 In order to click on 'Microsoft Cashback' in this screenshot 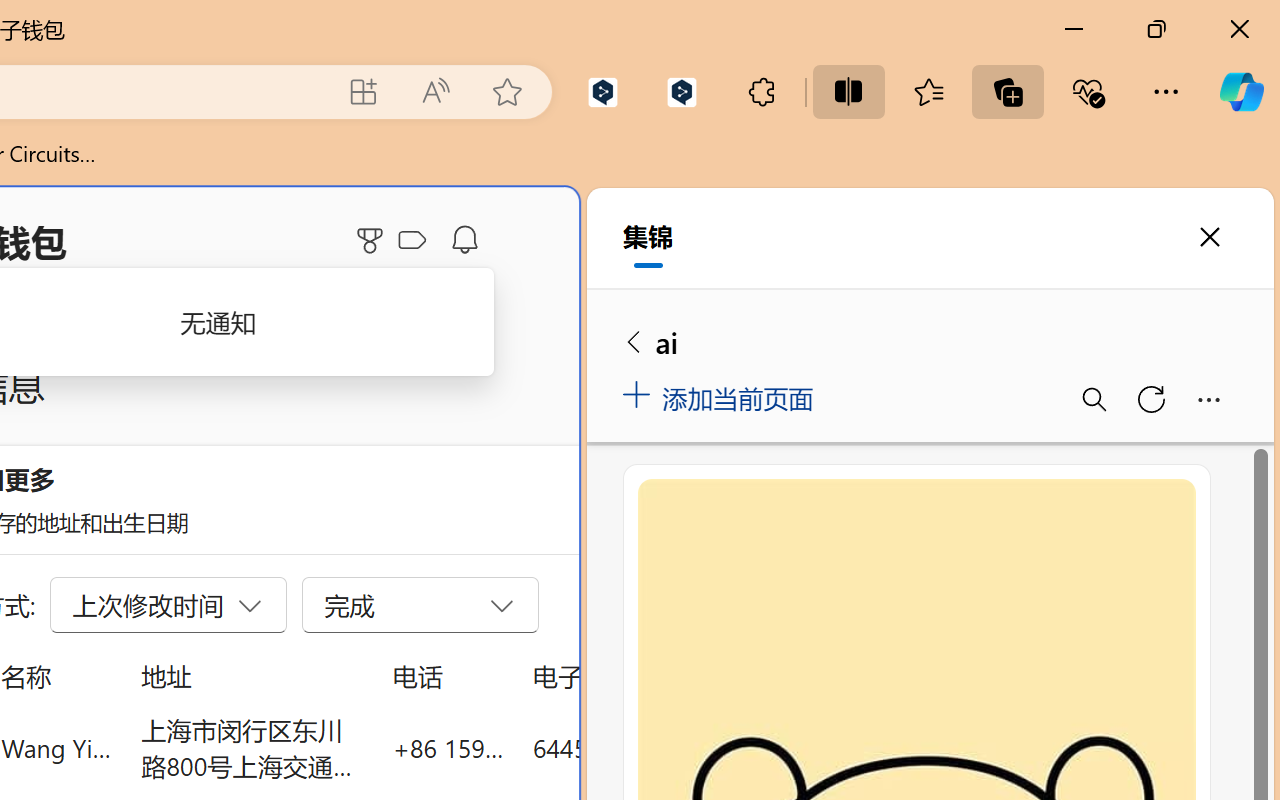, I will do `click(415, 240)`.